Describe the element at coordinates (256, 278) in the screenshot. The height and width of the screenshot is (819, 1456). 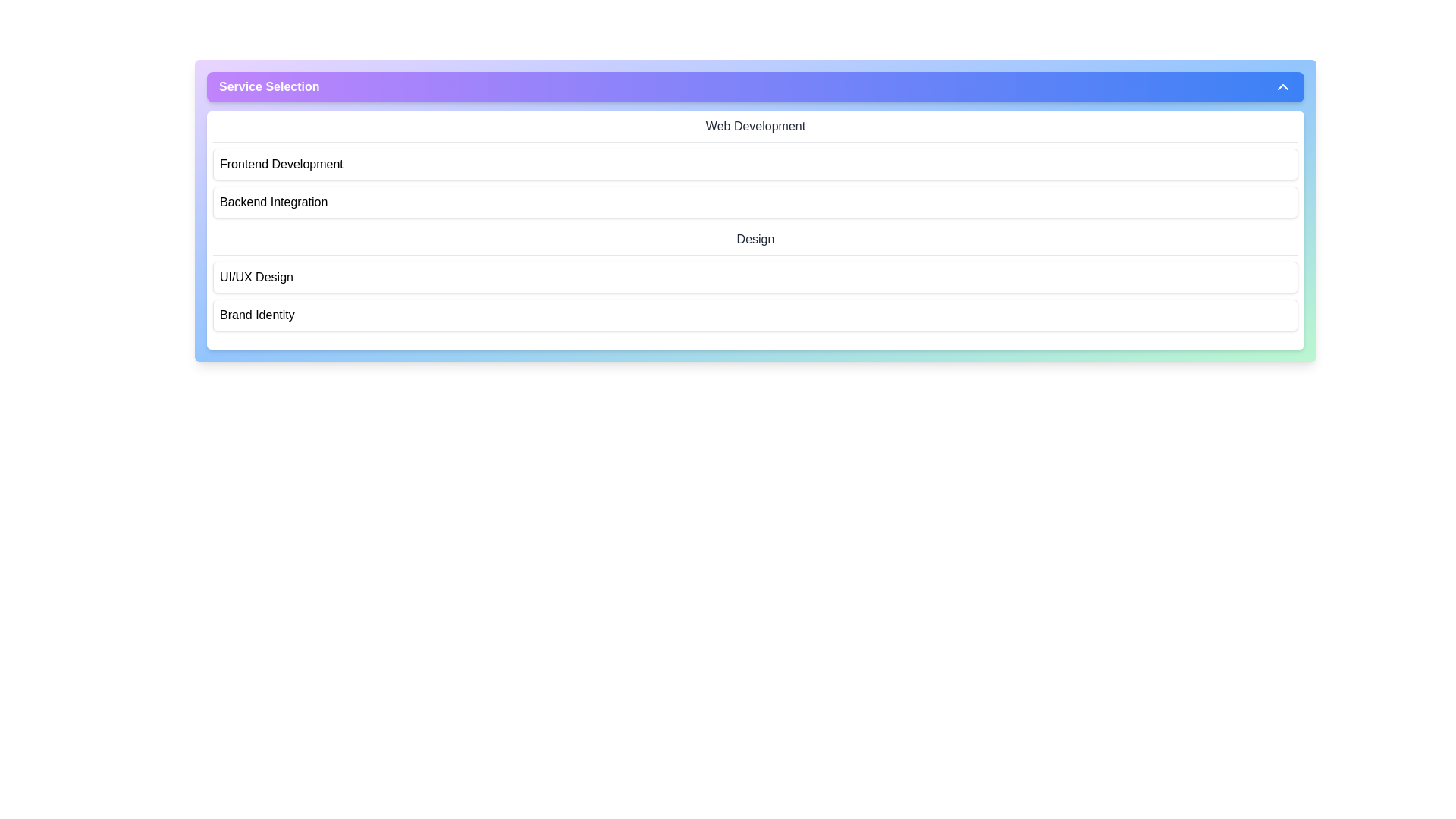
I see `the label 'UI/UX Design' which is the third option in a vertical list of services within a modal` at that location.